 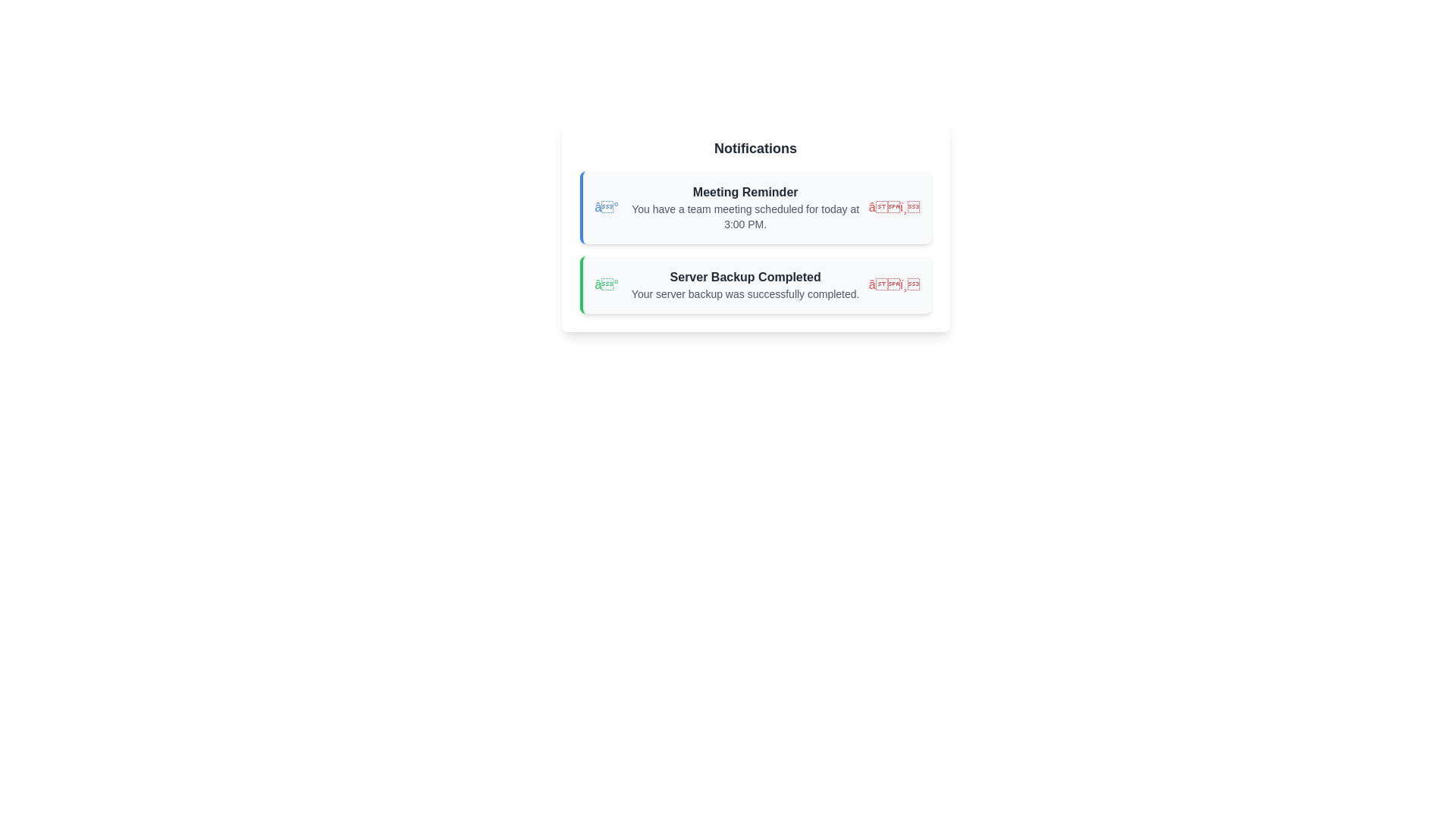 I want to click on text label that serves as a notification message about the scheduled meeting, located under the 'Meeting Reminder' heading in the notification card, so click(x=745, y=216).